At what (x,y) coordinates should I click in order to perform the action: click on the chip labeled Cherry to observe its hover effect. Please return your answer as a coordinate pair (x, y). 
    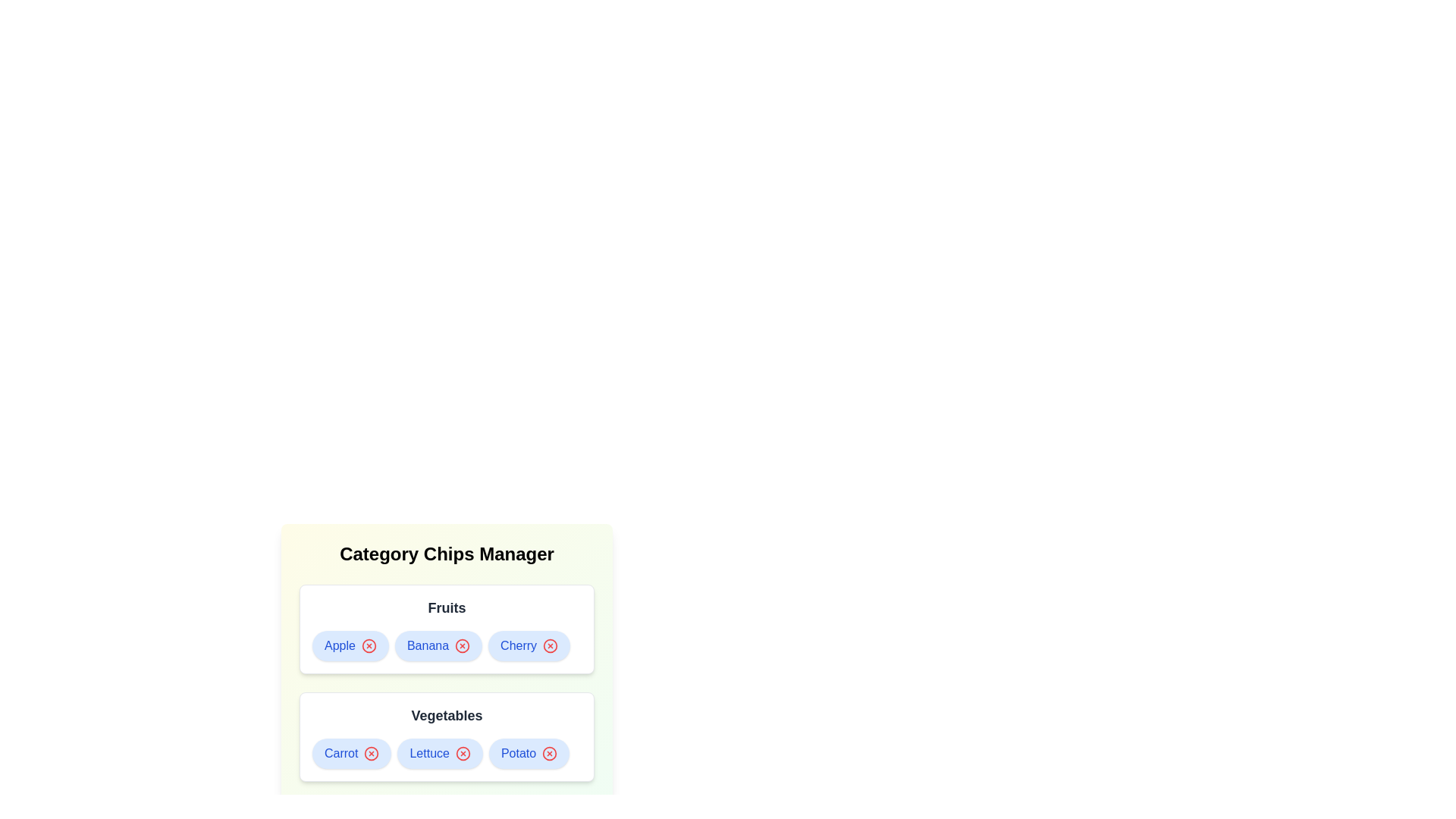
    Looking at the image, I should click on (529, 646).